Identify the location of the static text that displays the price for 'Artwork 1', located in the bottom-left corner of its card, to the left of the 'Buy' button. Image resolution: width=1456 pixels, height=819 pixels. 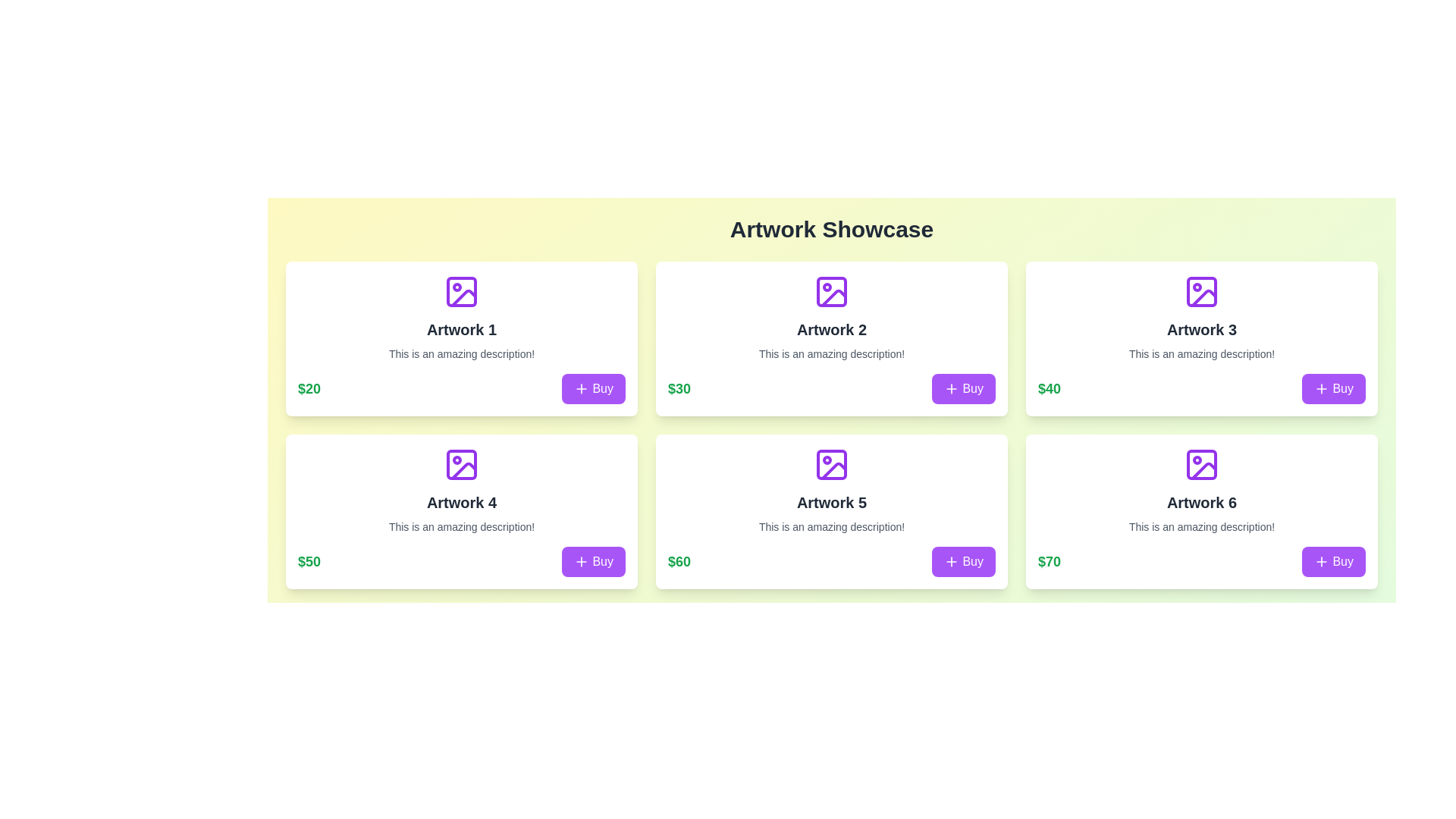
(309, 388).